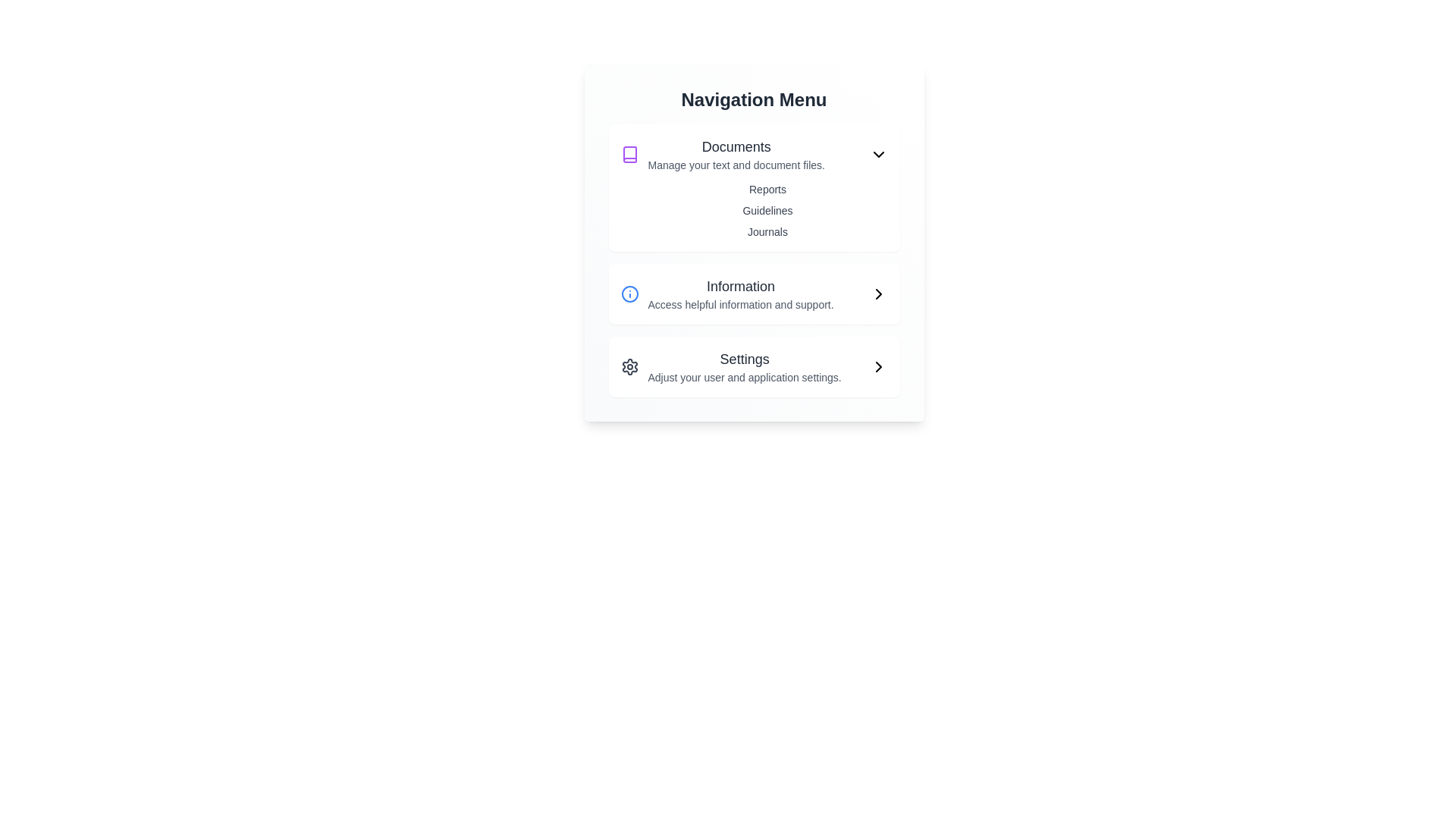 The image size is (1456, 819). What do you see at coordinates (878, 366) in the screenshot?
I see `the chevron icon on the right edge of the third row` at bounding box center [878, 366].